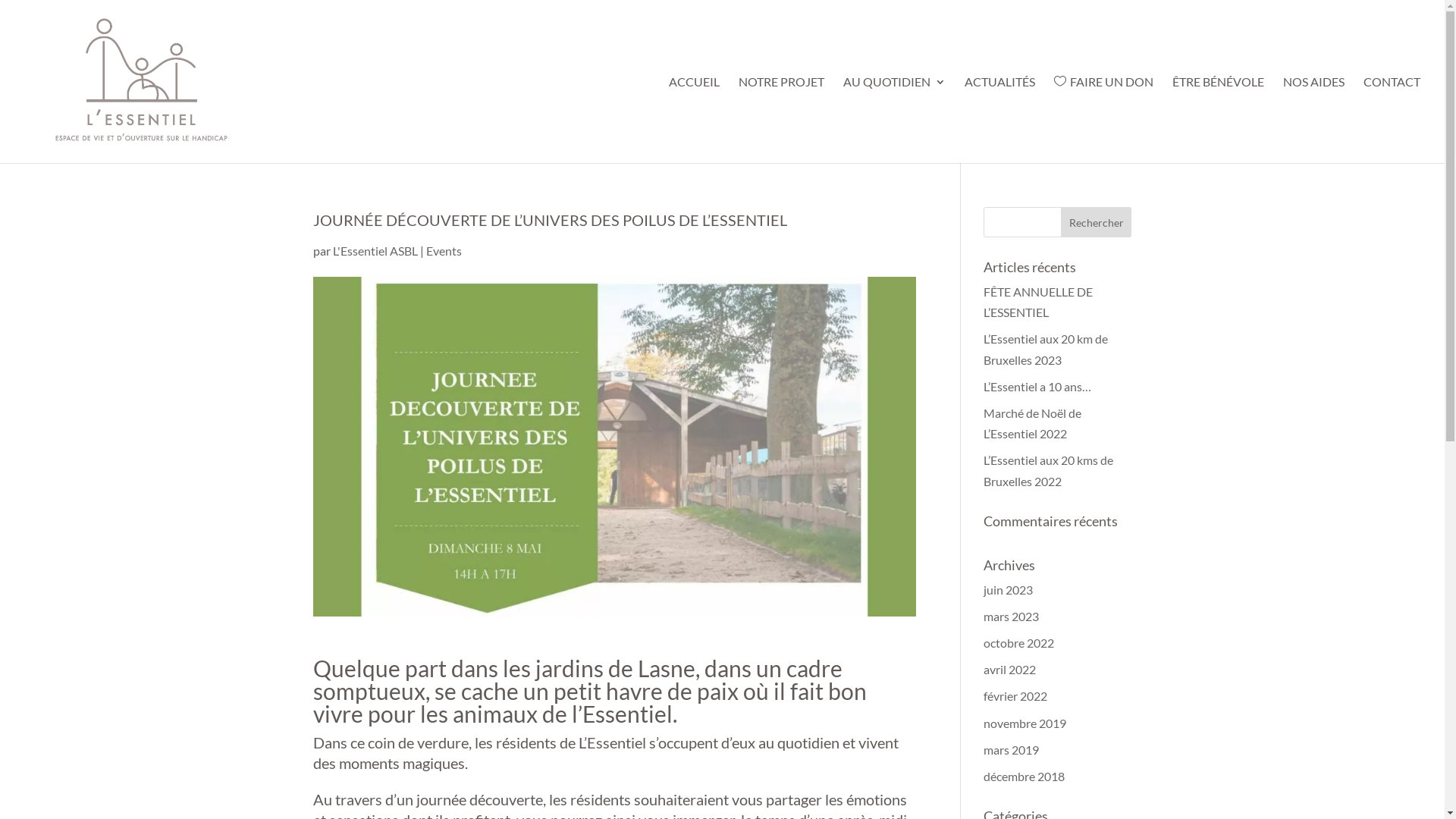  What do you see at coordinates (781, 119) in the screenshot?
I see `'NOTRE PROJET'` at bounding box center [781, 119].